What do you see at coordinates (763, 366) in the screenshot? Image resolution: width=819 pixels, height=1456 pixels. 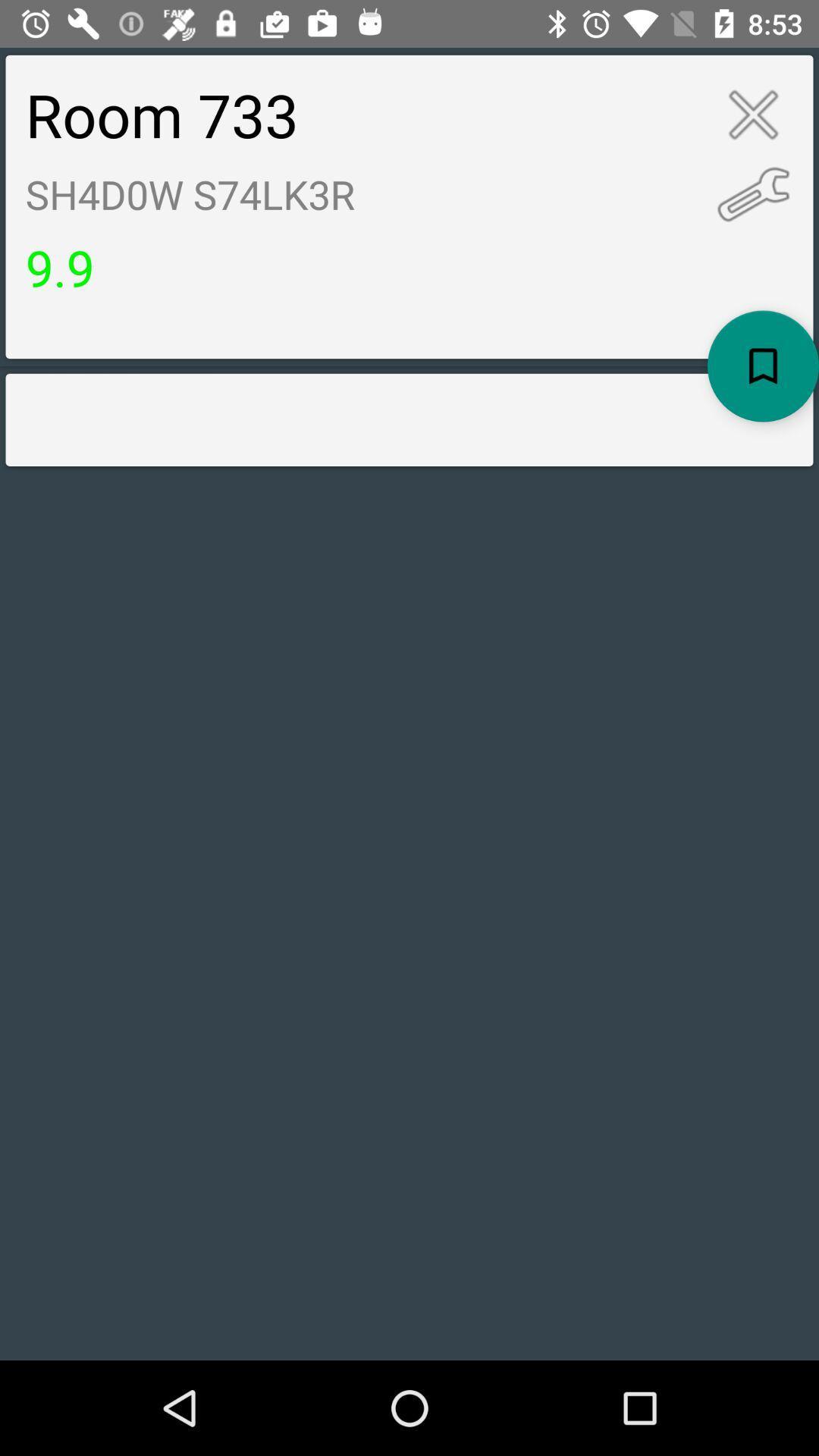 I see `the bookmark icon` at bounding box center [763, 366].